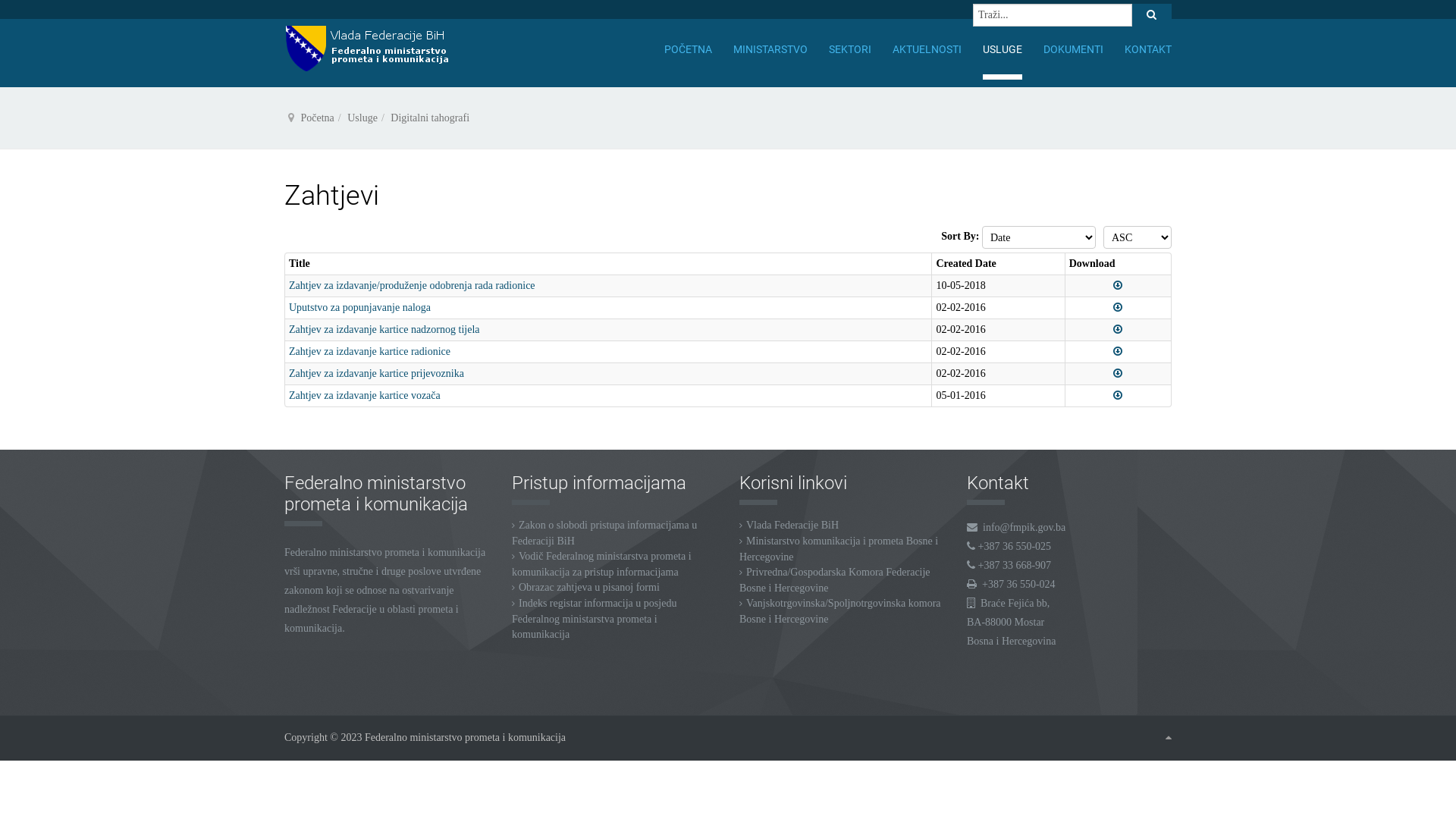  Describe the element at coordinates (603, 532) in the screenshot. I see `'Zakon o slobodi pristupa informacijama u Federaciji BiH'` at that location.